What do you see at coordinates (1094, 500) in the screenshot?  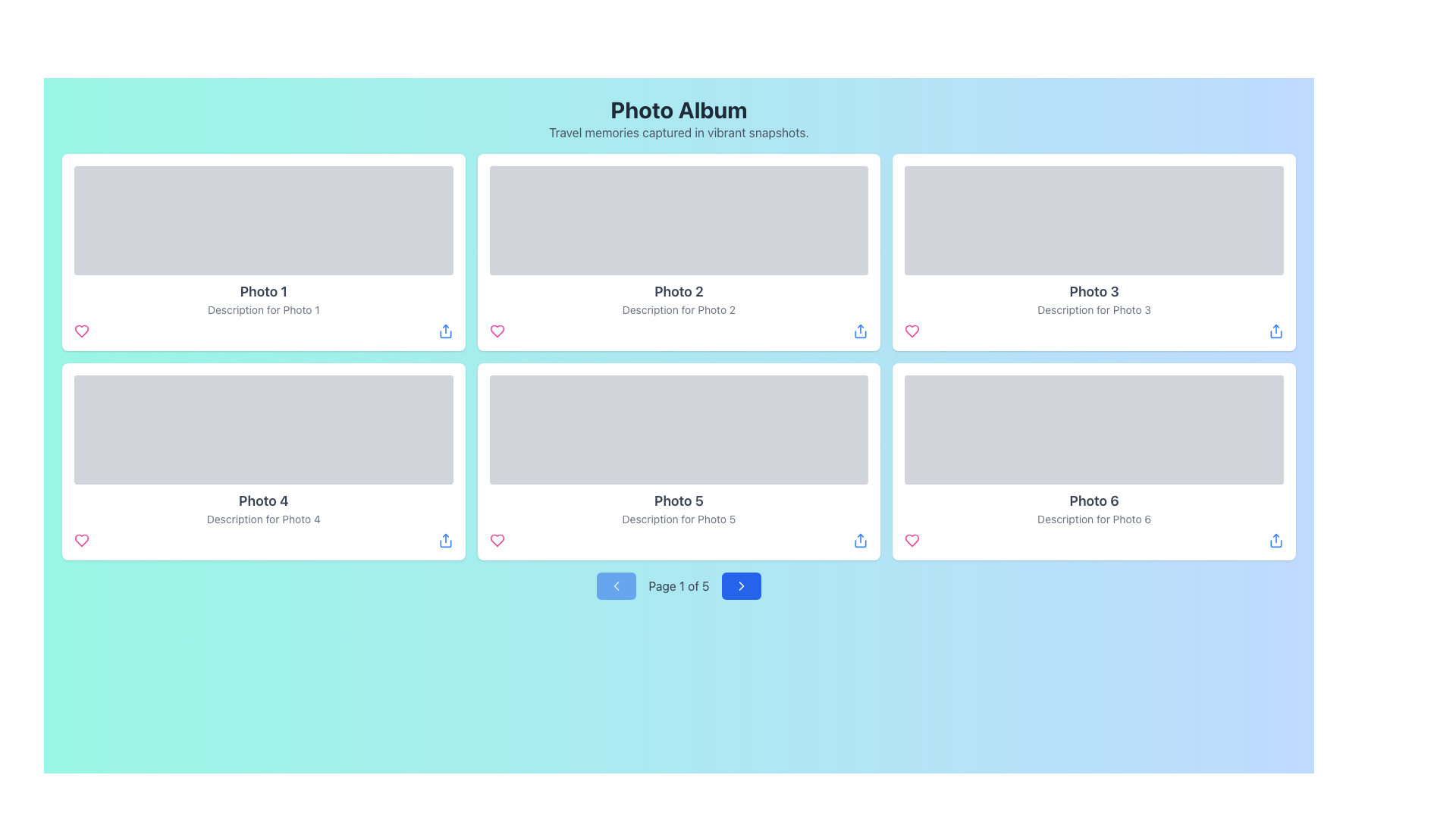 I see `the Text Label that serves as a title for the corresponding photo in the bottom-right card of the 3x2 grid layout, which is located centrally above the descriptive text` at bounding box center [1094, 500].